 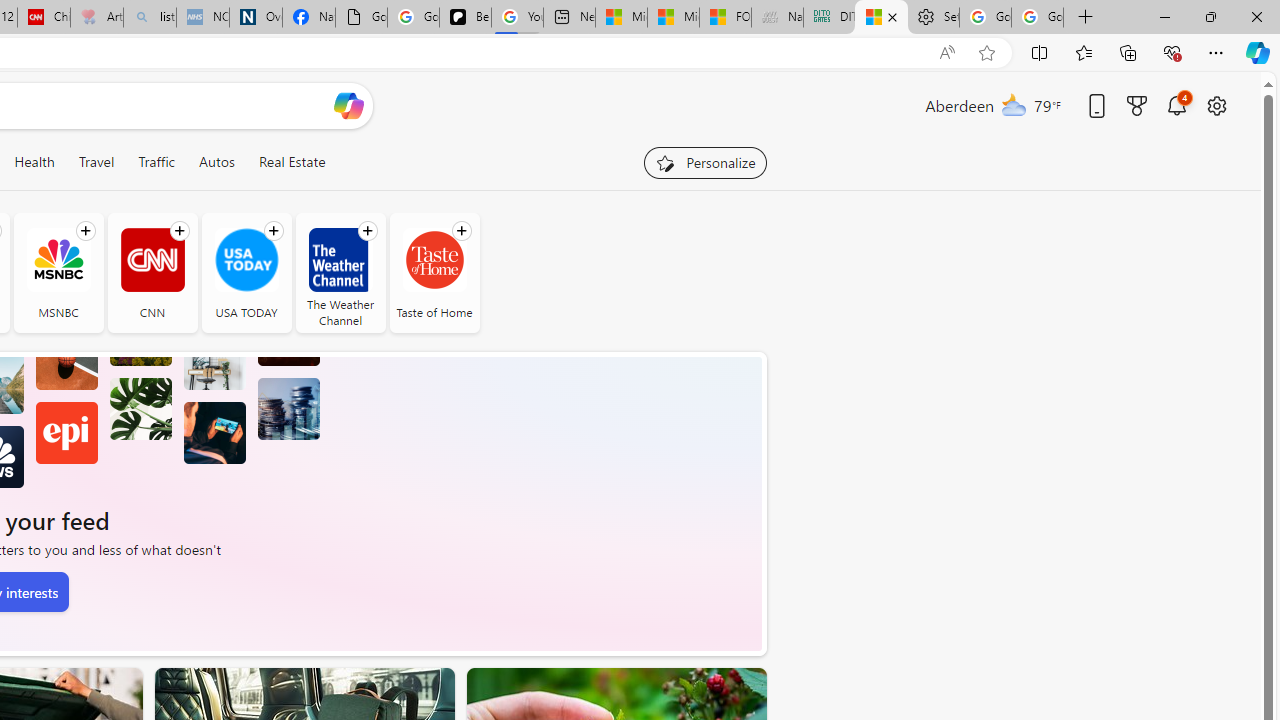 I want to click on 'Real Estate', so click(x=290, y=161).